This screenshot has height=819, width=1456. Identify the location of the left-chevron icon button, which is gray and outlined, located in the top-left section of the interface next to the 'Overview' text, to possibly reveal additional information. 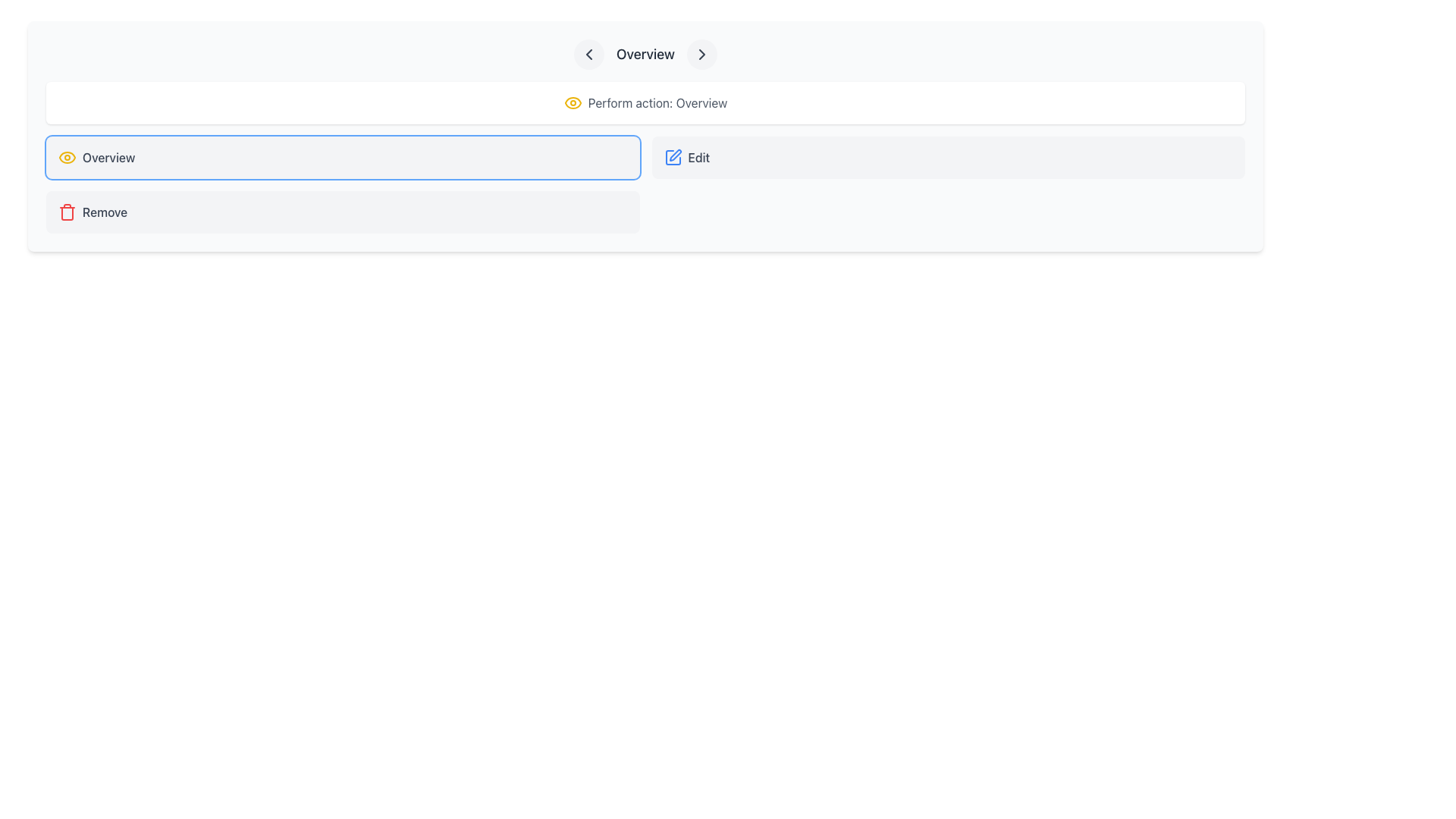
(588, 54).